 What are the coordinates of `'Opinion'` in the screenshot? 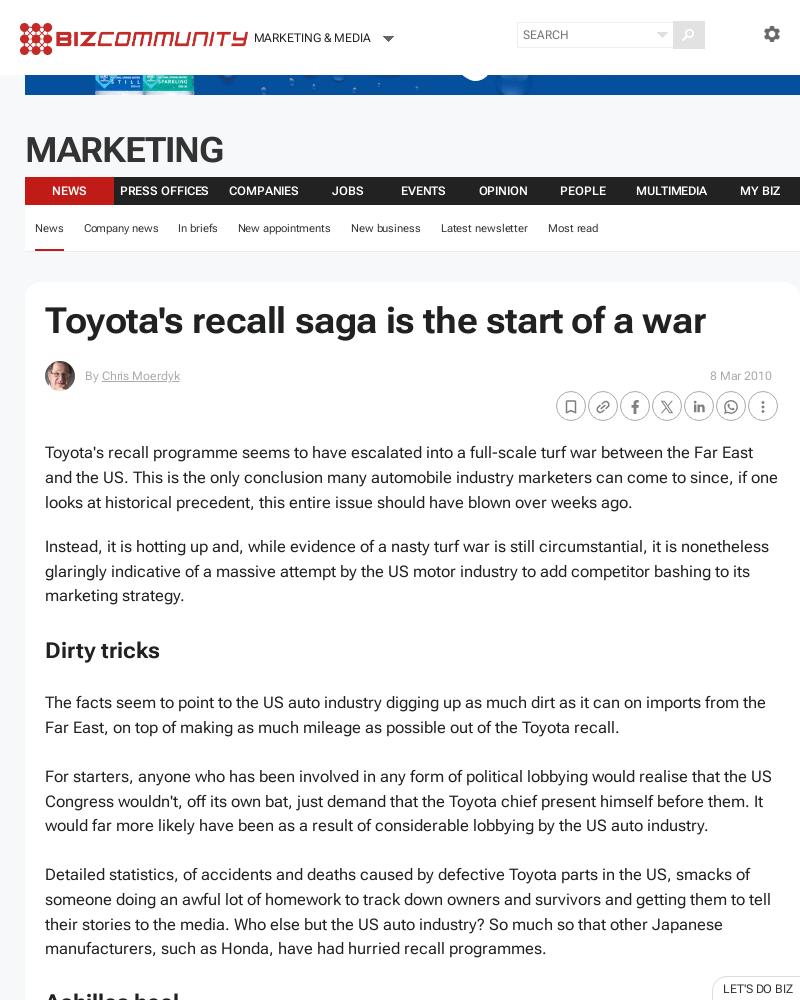 It's located at (501, 190).